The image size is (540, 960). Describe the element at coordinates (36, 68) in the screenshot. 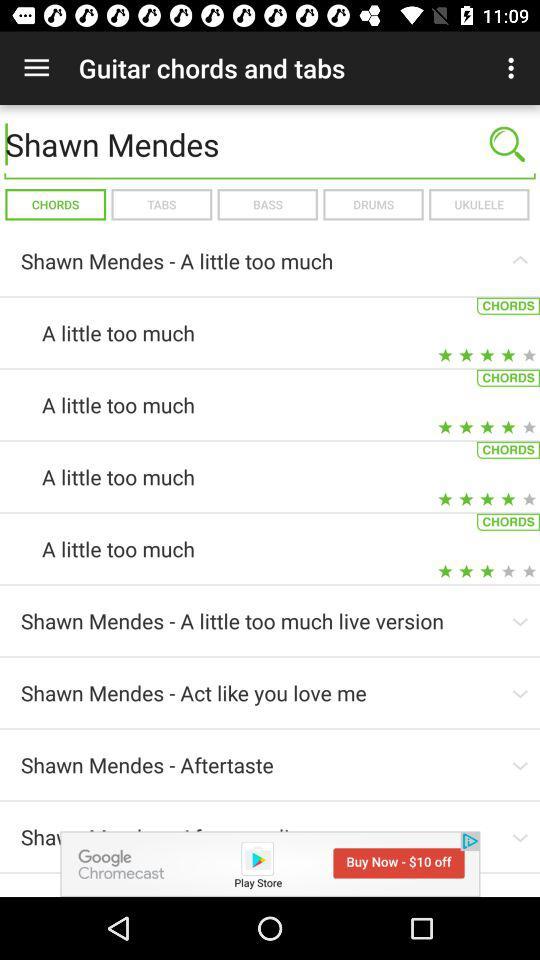

I see `icon above the shawn mendes` at that location.